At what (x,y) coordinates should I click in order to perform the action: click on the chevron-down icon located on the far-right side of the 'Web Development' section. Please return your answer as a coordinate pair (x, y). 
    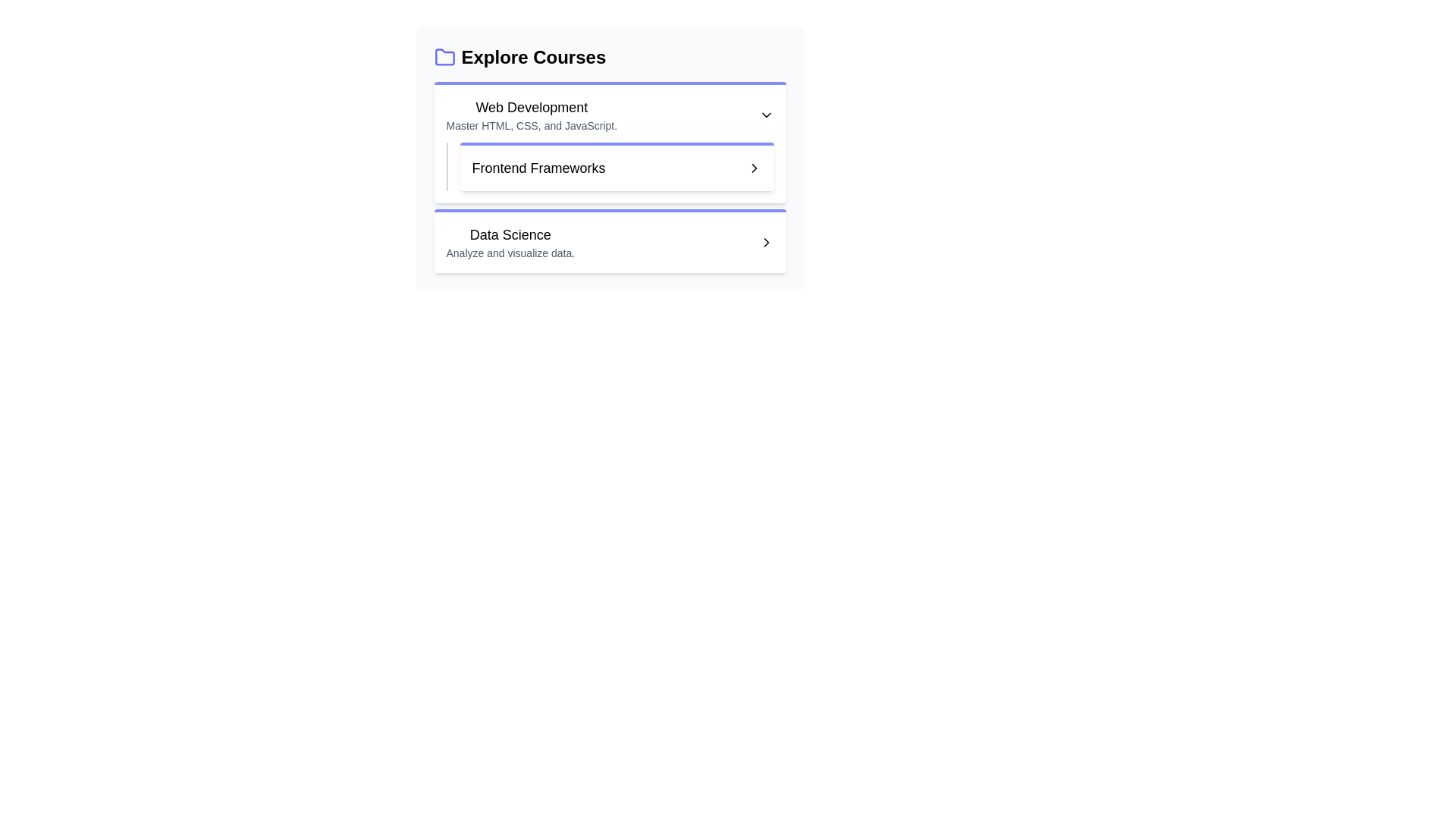
    Looking at the image, I should click on (766, 114).